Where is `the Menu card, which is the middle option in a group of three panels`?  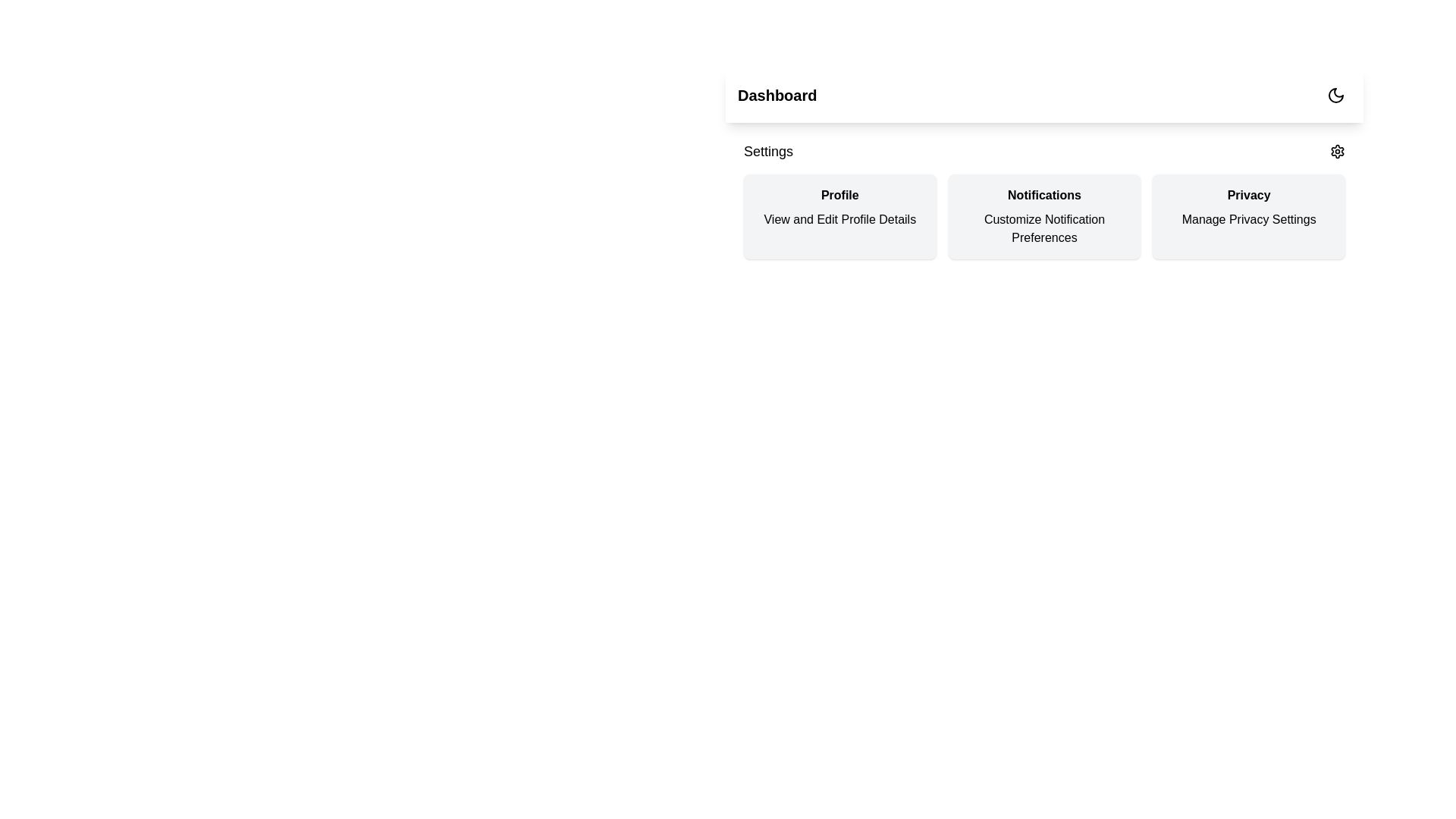 the Menu card, which is the middle option in a group of three panels is located at coordinates (1043, 216).